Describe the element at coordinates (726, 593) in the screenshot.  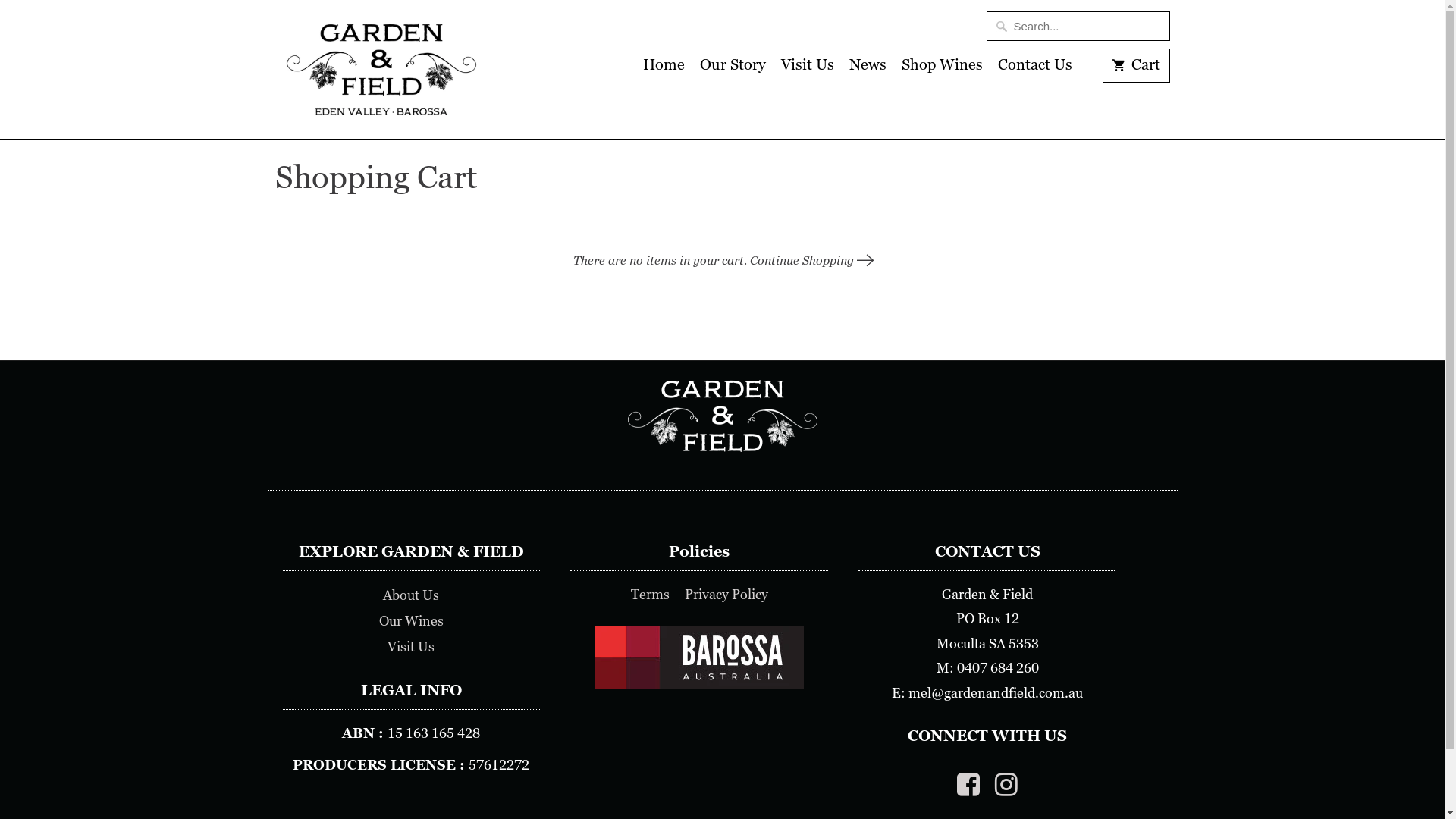
I see `'Privacy Policy'` at that location.